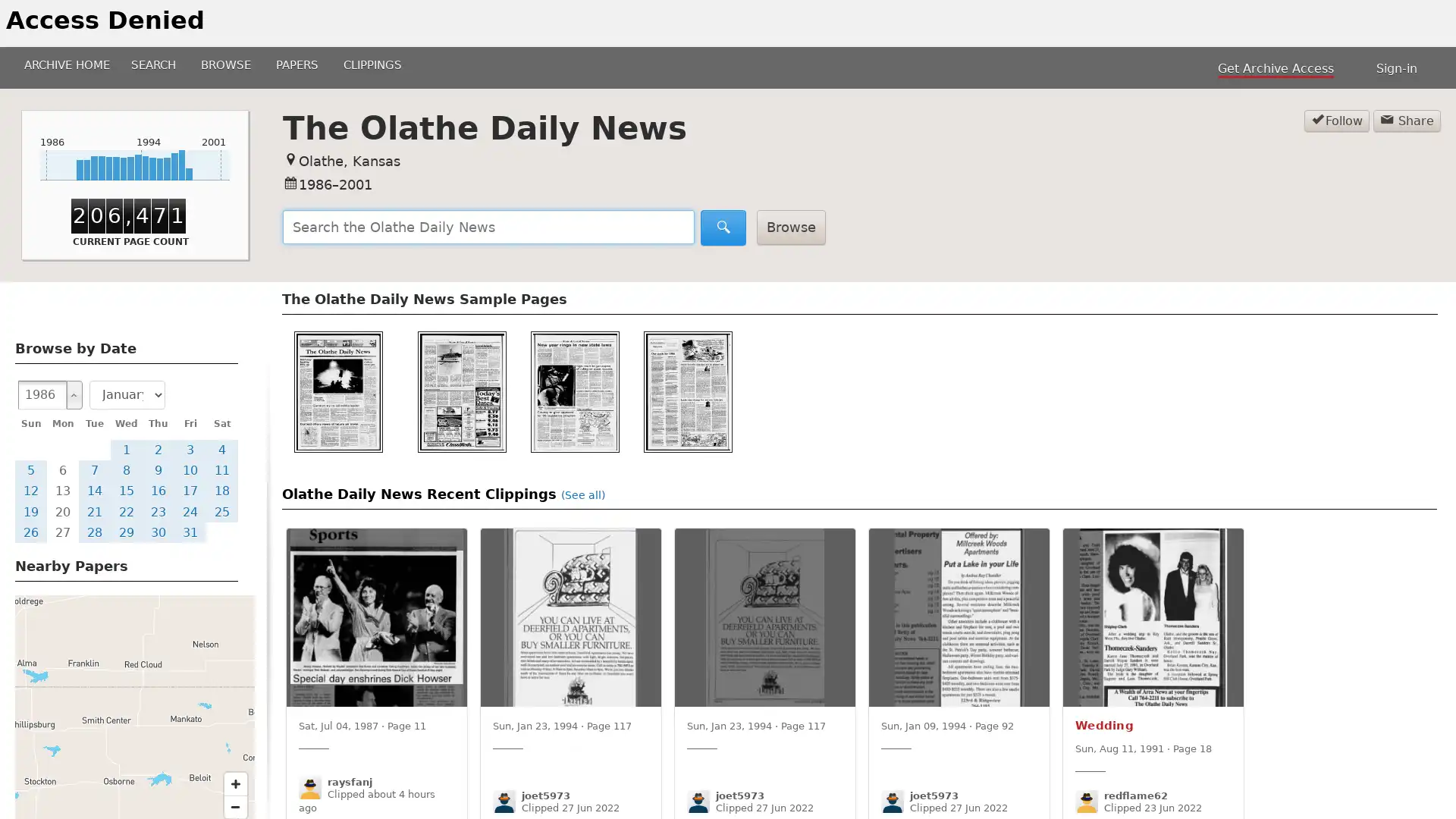  I want to click on Zoom out, so click(235, 805).